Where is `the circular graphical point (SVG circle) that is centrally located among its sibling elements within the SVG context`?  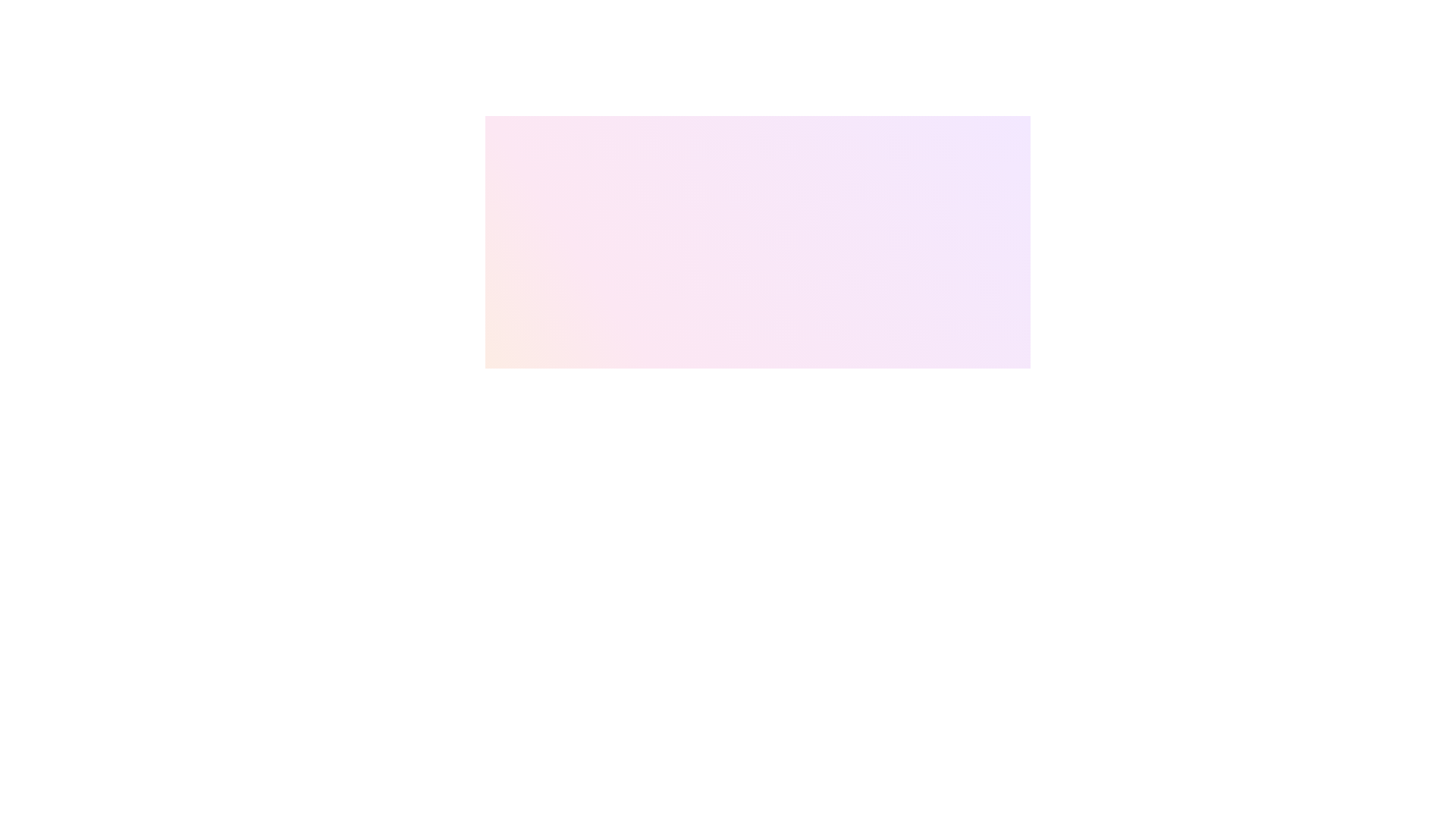 the circular graphical point (SVG circle) that is centrally located among its sibling elements within the SVG context is located at coordinates (805, 416).